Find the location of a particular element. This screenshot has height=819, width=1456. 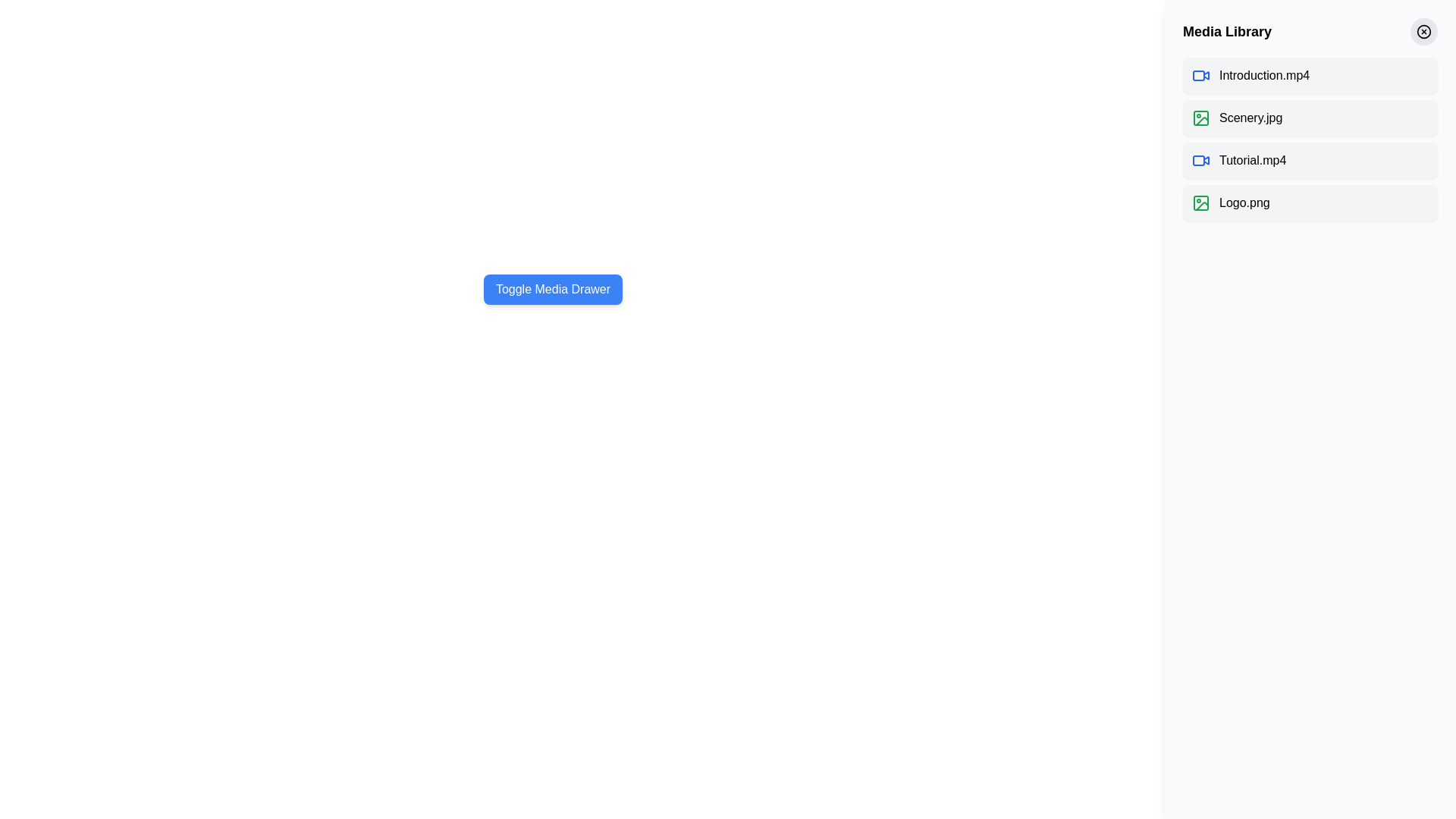

the button labeled 'Tutorial.mp4' with a blue video symbol, which is the third item in the 'Media Library' list is located at coordinates (1310, 161).